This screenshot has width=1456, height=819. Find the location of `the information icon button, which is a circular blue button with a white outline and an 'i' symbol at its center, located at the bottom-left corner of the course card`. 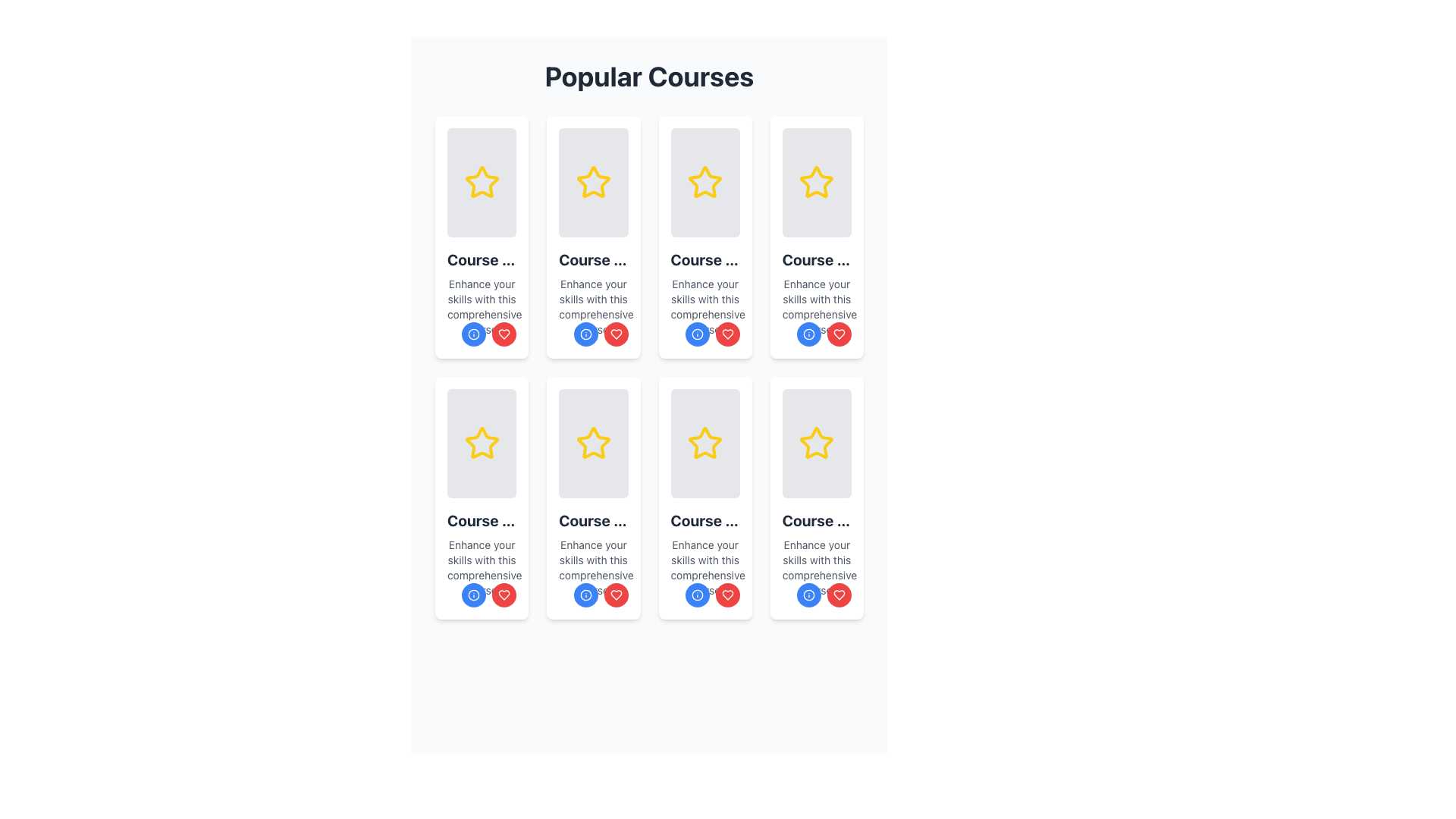

the information icon button, which is a circular blue button with a white outline and an 'i' symbol at its center, located at the bottom-left corner of the course card is located at coordinates (808, 333).